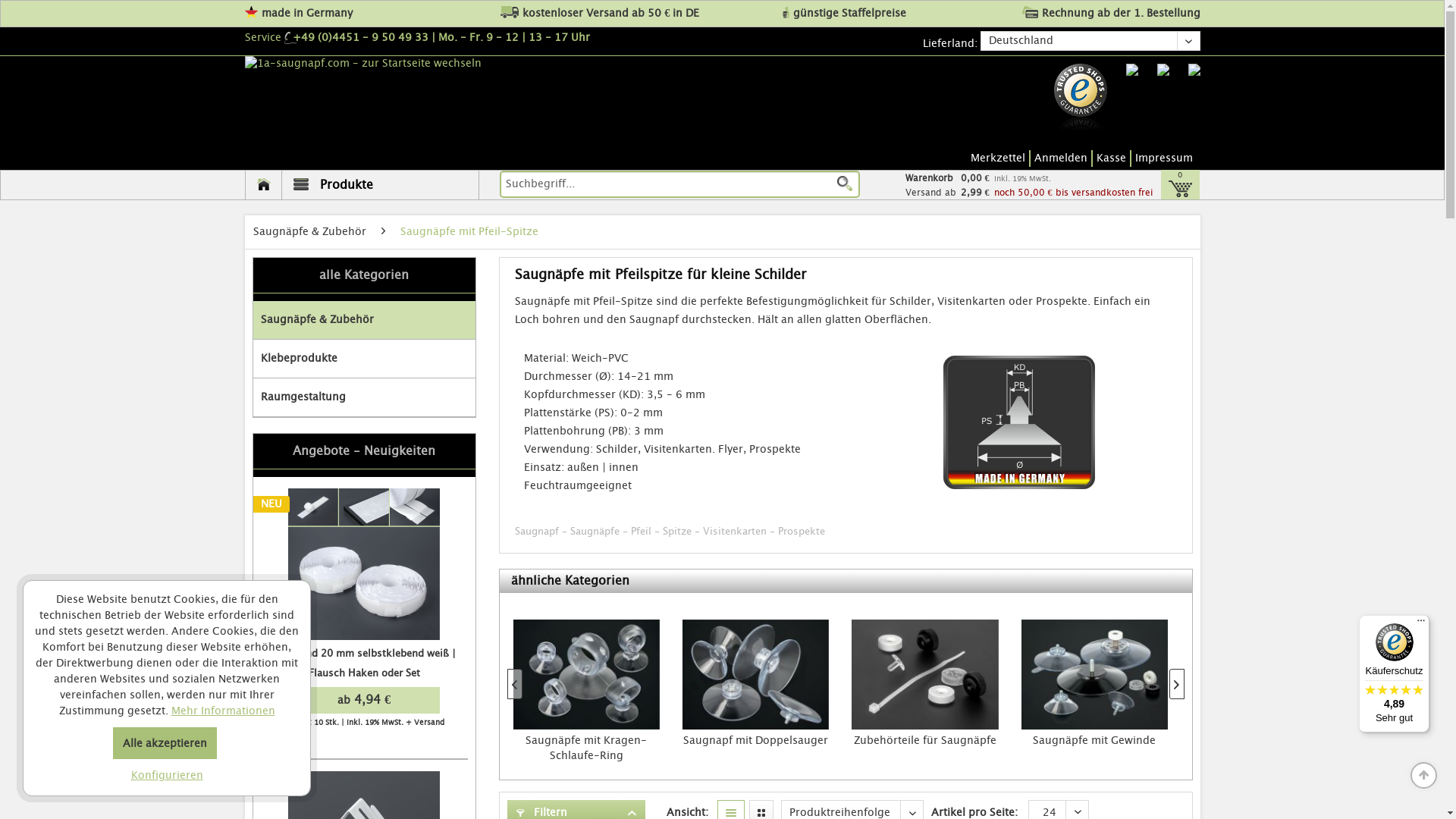 This screenshot has height=819, width=1456. I want to click on 'Impressum', so click(1164, 158).